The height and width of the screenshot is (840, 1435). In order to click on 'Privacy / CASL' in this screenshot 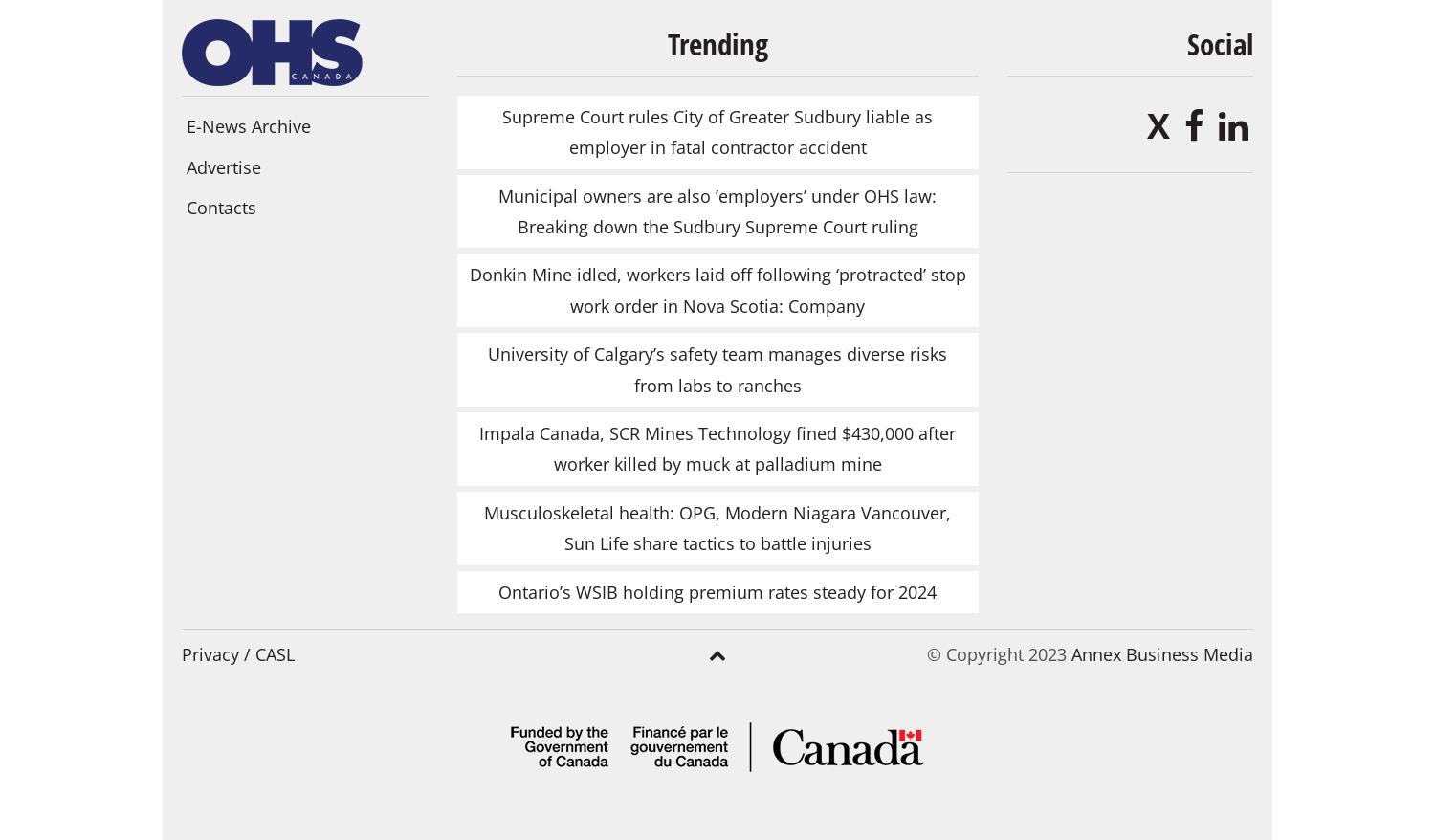, I will do `click(237, 652)`.